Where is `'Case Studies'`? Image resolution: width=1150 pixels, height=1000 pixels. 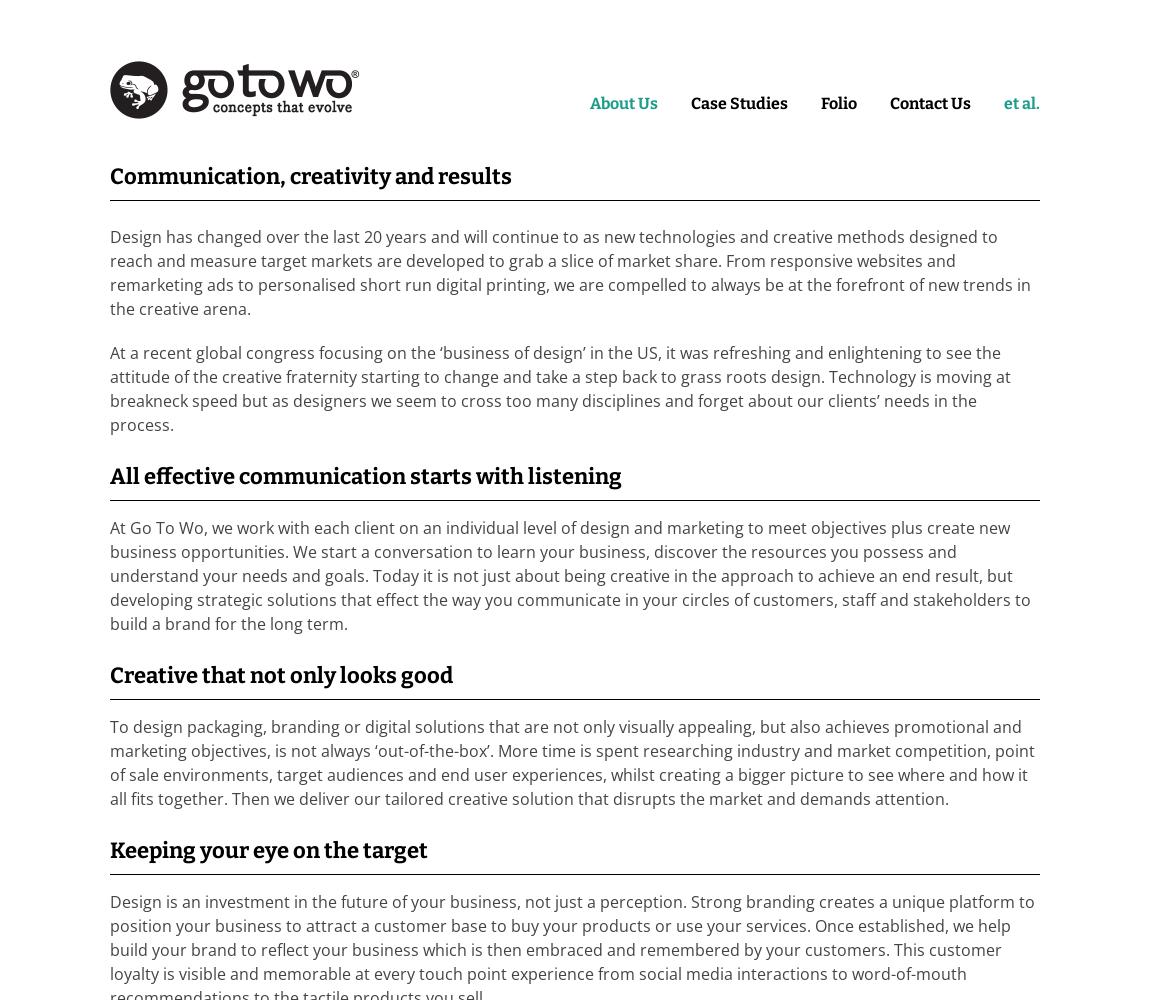 'Case Studies' is located at coordinates (738, 102).